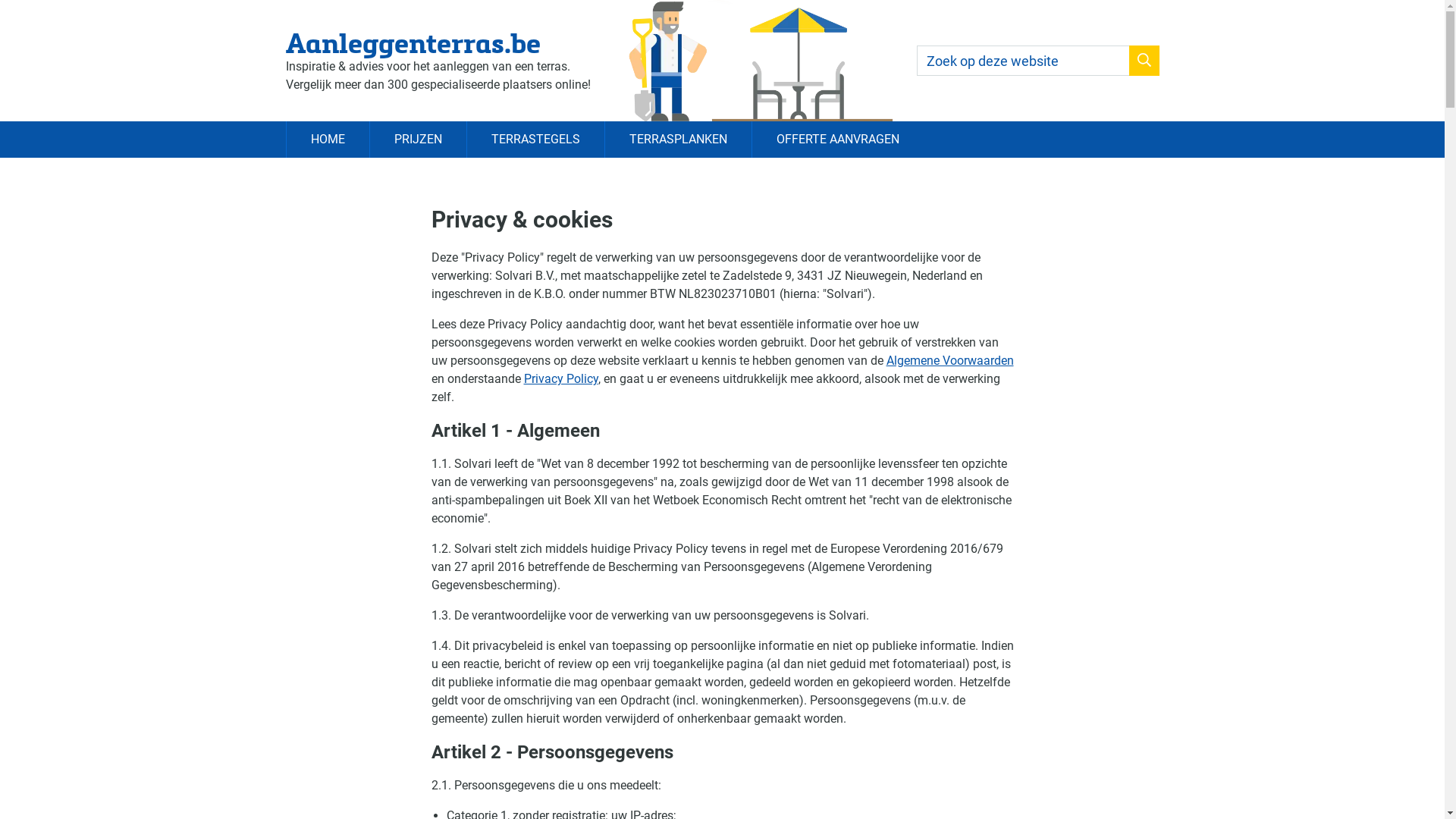 The image size is (1456, 819). I want to click on 'OFFERTE AANVRAGEN', so click(836, 140).